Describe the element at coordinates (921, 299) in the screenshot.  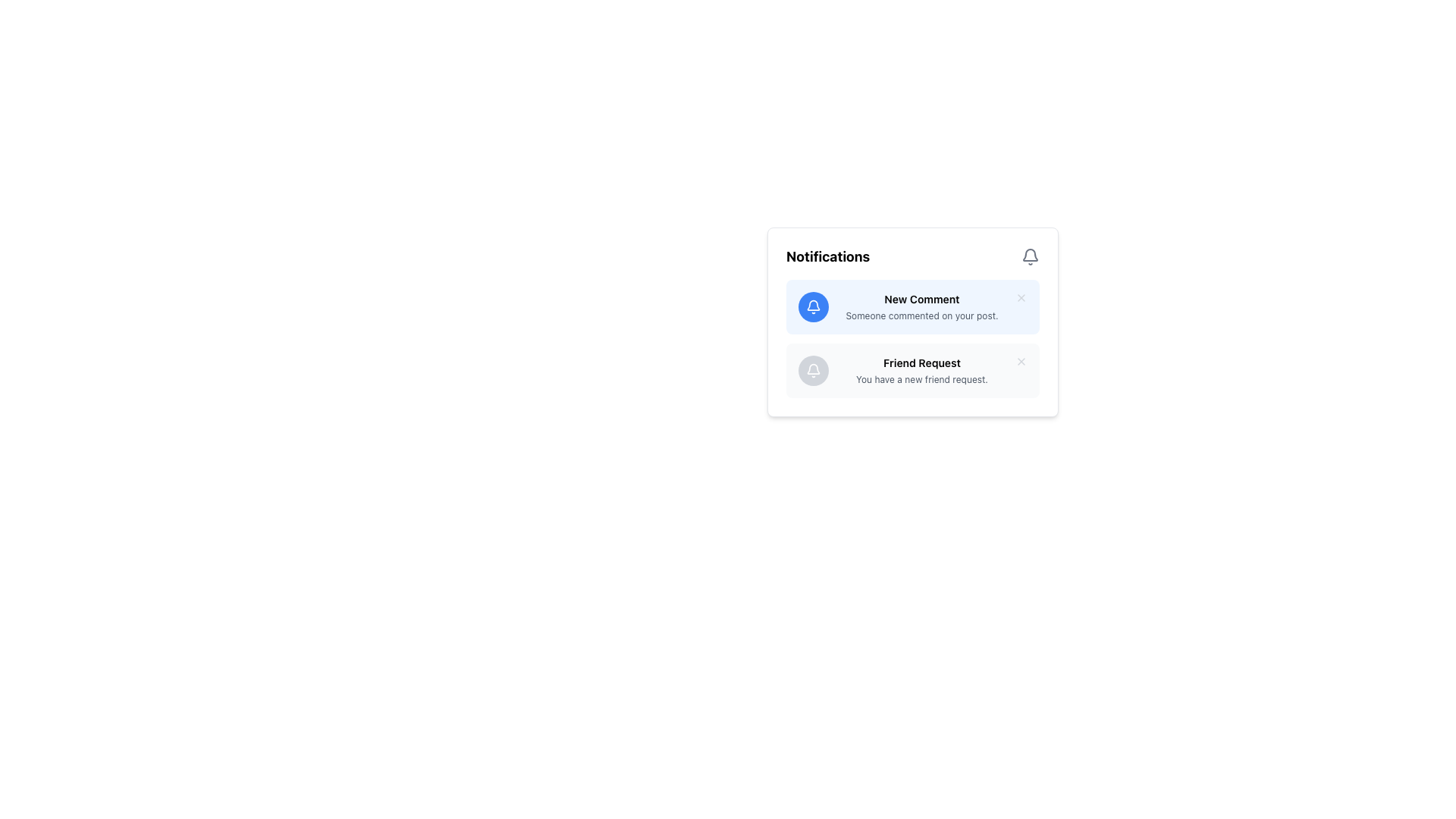
I see `the 'New Comment' text label located at the top of the first notification card in the Notifications panel` at that location.